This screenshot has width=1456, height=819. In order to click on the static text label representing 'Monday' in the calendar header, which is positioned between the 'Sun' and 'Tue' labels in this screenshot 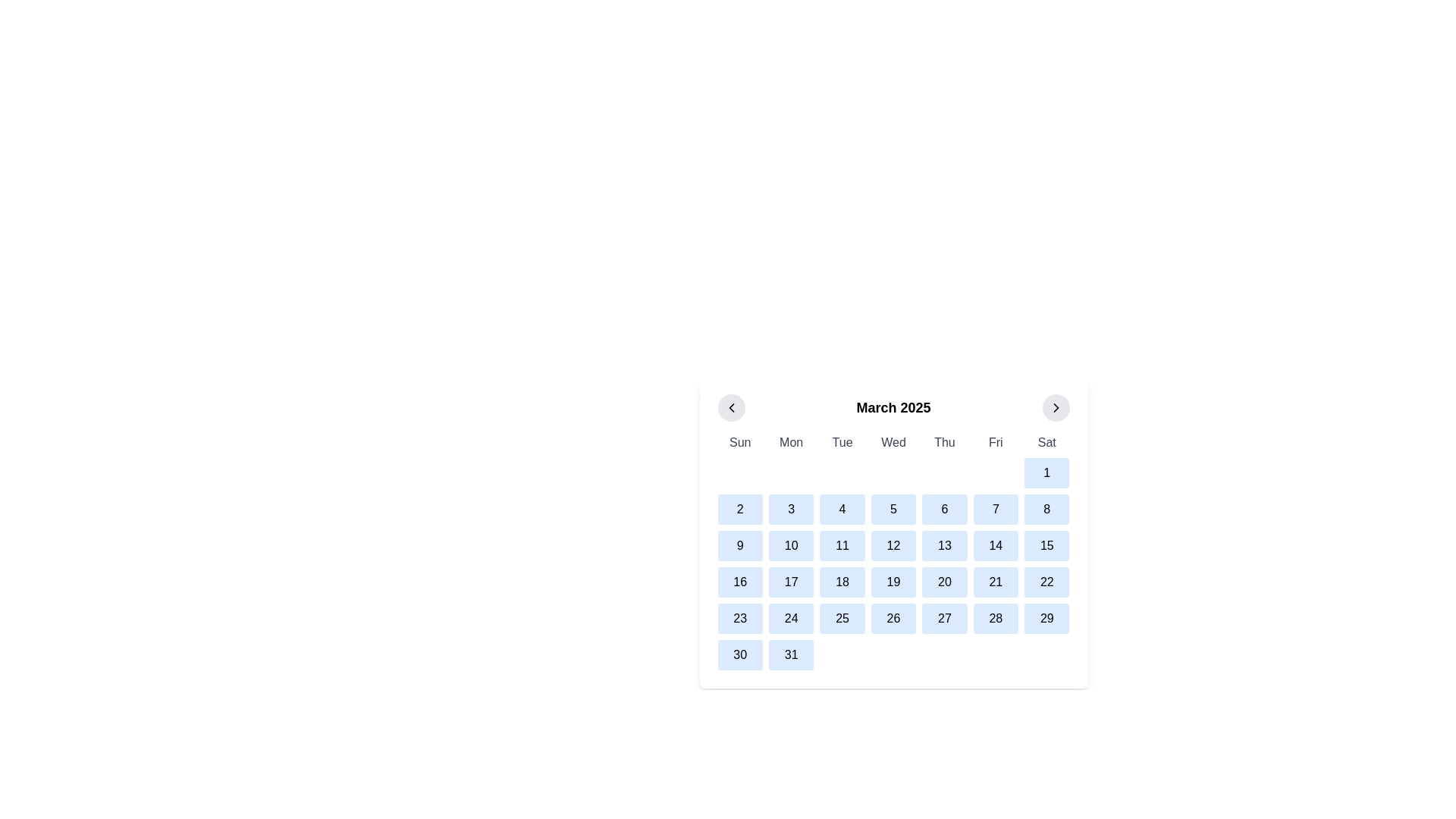, I will do `click(790, 442)`.